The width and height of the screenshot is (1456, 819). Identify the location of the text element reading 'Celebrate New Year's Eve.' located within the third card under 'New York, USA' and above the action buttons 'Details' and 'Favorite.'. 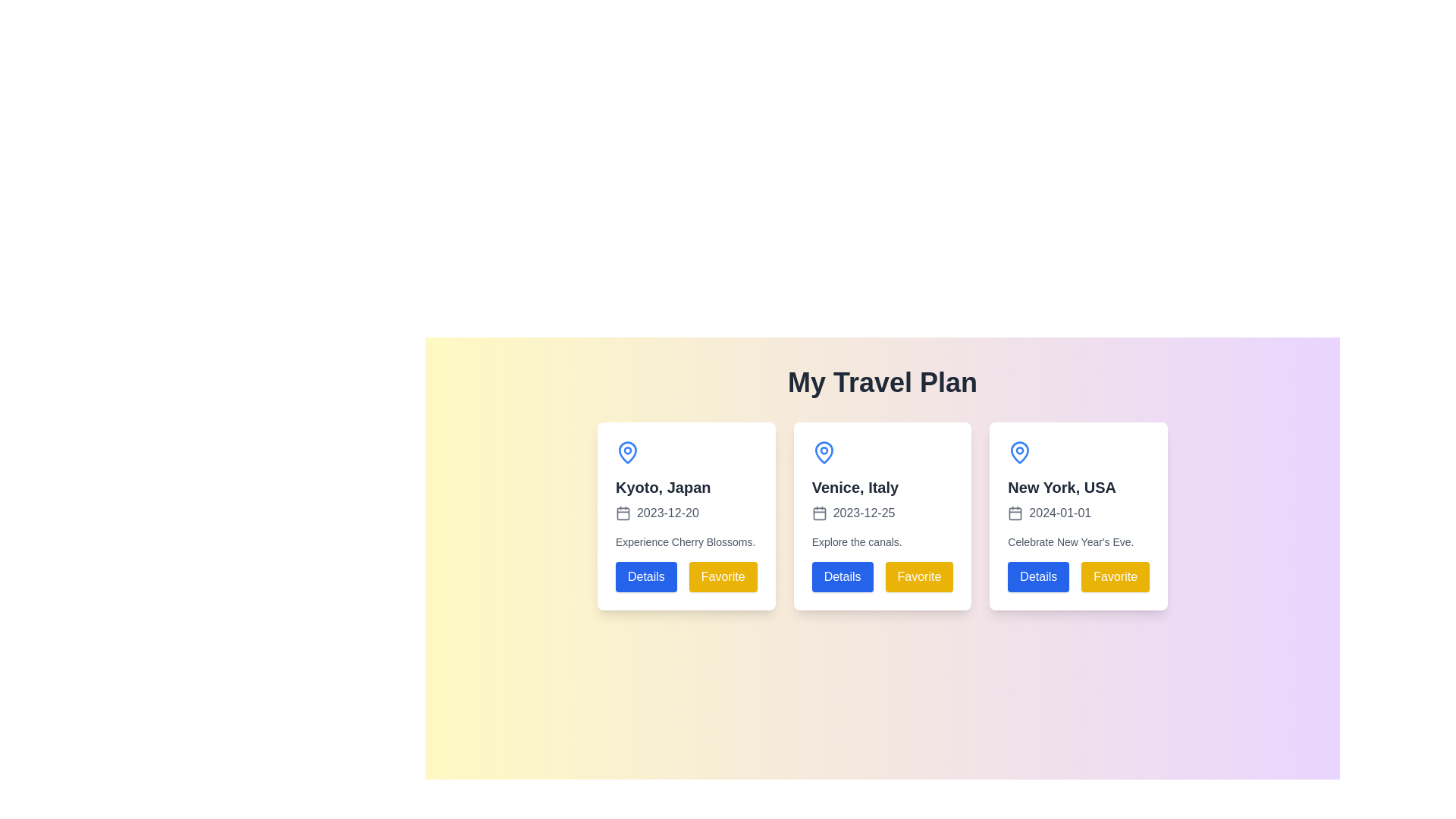
(1070, 541).